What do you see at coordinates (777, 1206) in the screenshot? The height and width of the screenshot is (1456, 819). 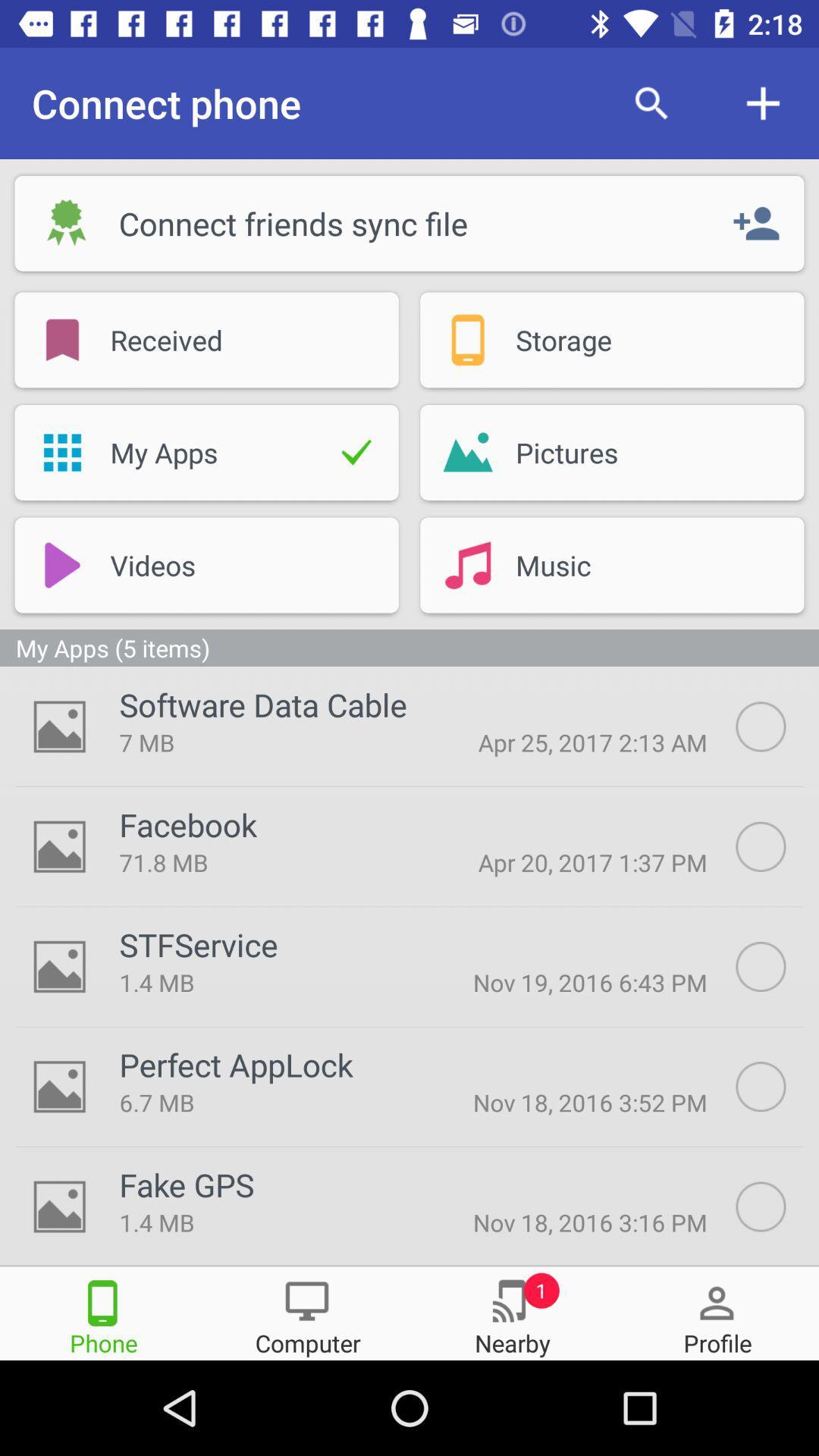 I see `file` at bounding box center [777, 1206].